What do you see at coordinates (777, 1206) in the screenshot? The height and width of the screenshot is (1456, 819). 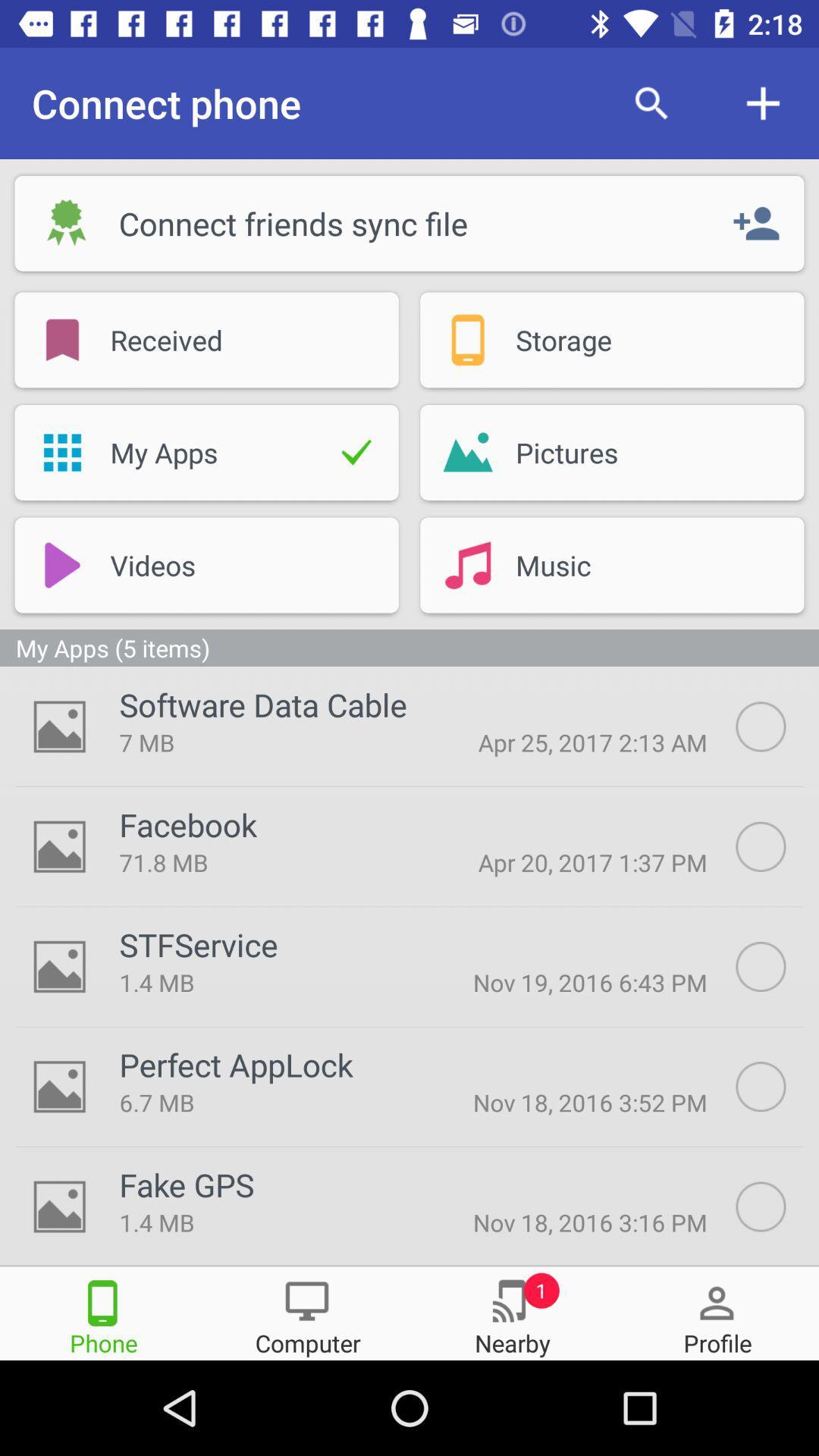 I see `file` at bounding box center [777, 1206].